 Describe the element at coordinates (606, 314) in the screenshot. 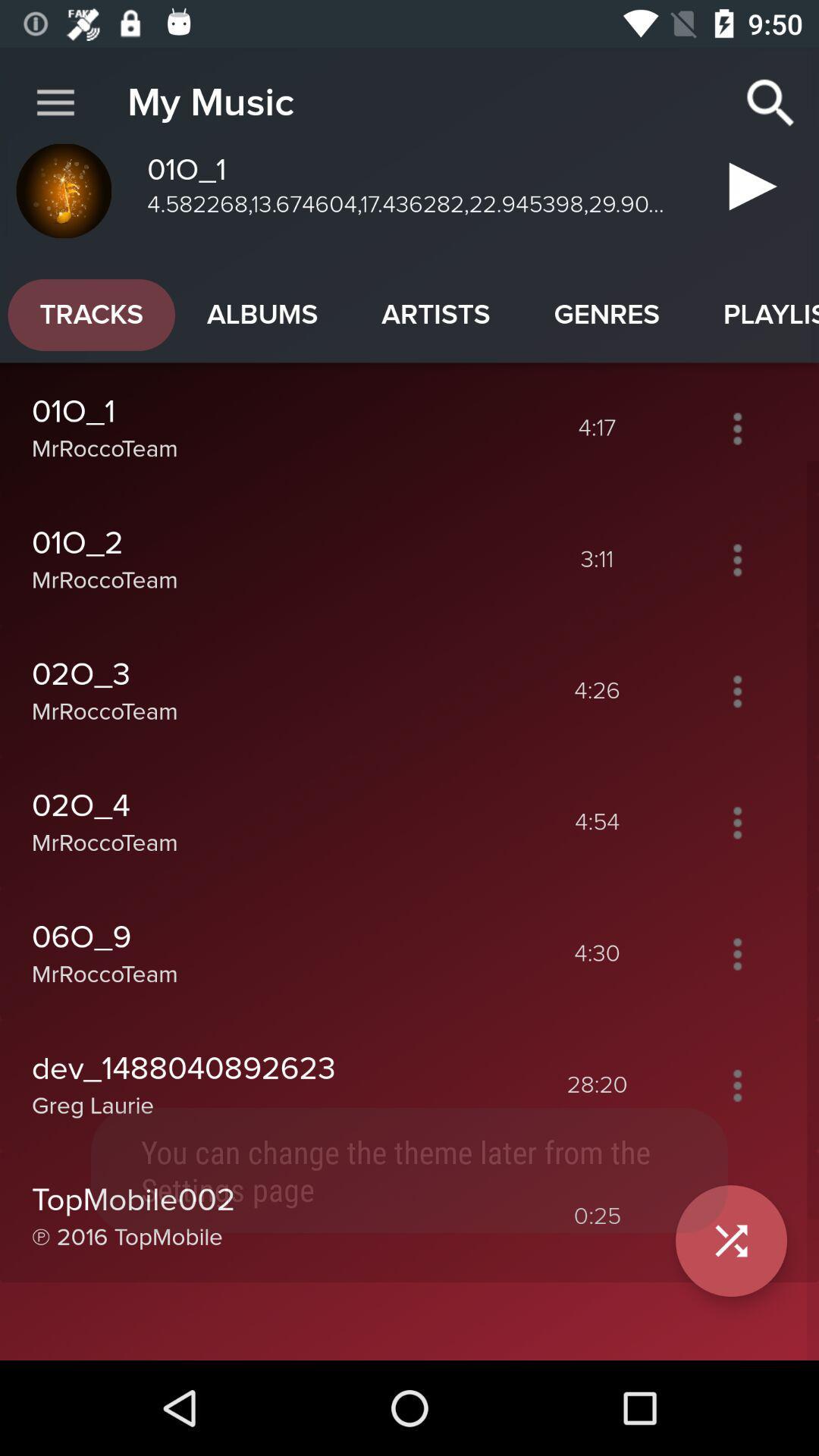

I see `icon next to playlists` at that location.